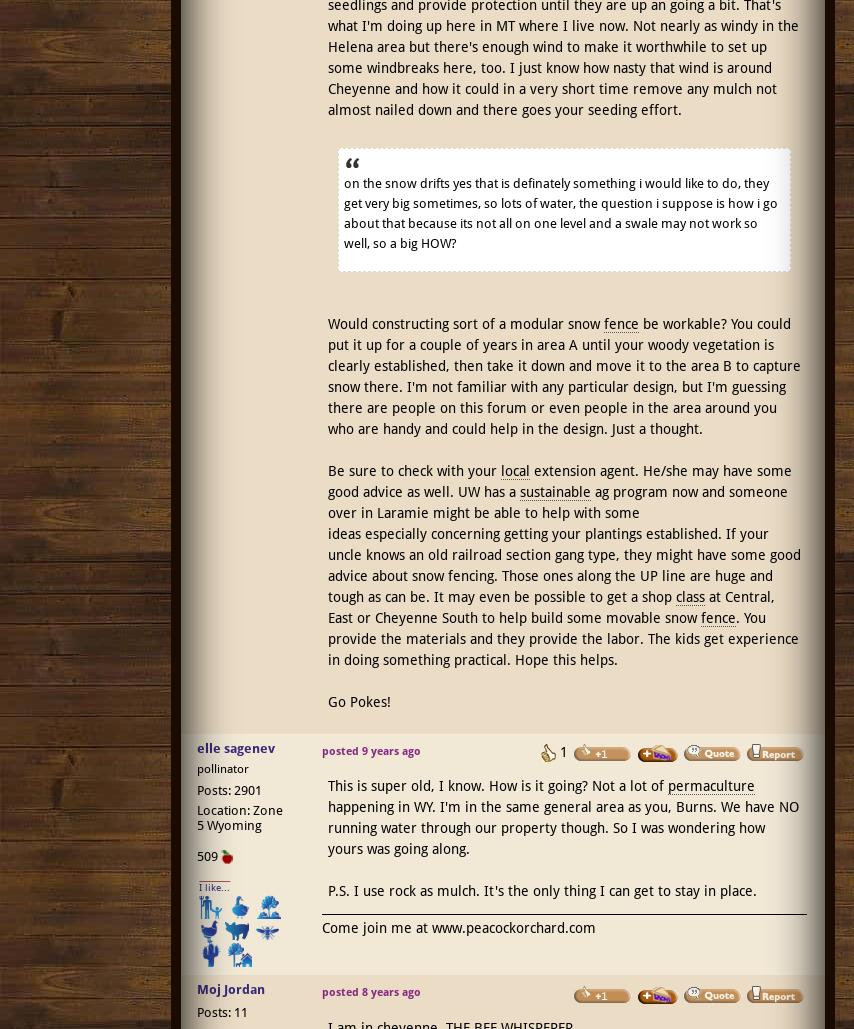 The height and width of the screenshot is (1029, 854). Describe the element at coordinates (228, 790) in the screenshot. I see `'Posts: 2901'` at that location.